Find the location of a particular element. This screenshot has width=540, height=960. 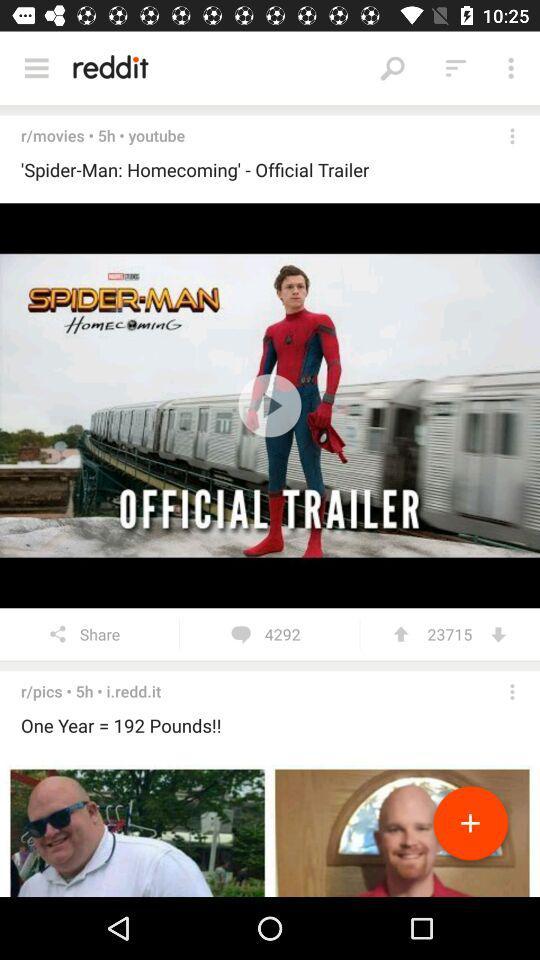

get more info is located at coordinates (512, 692).